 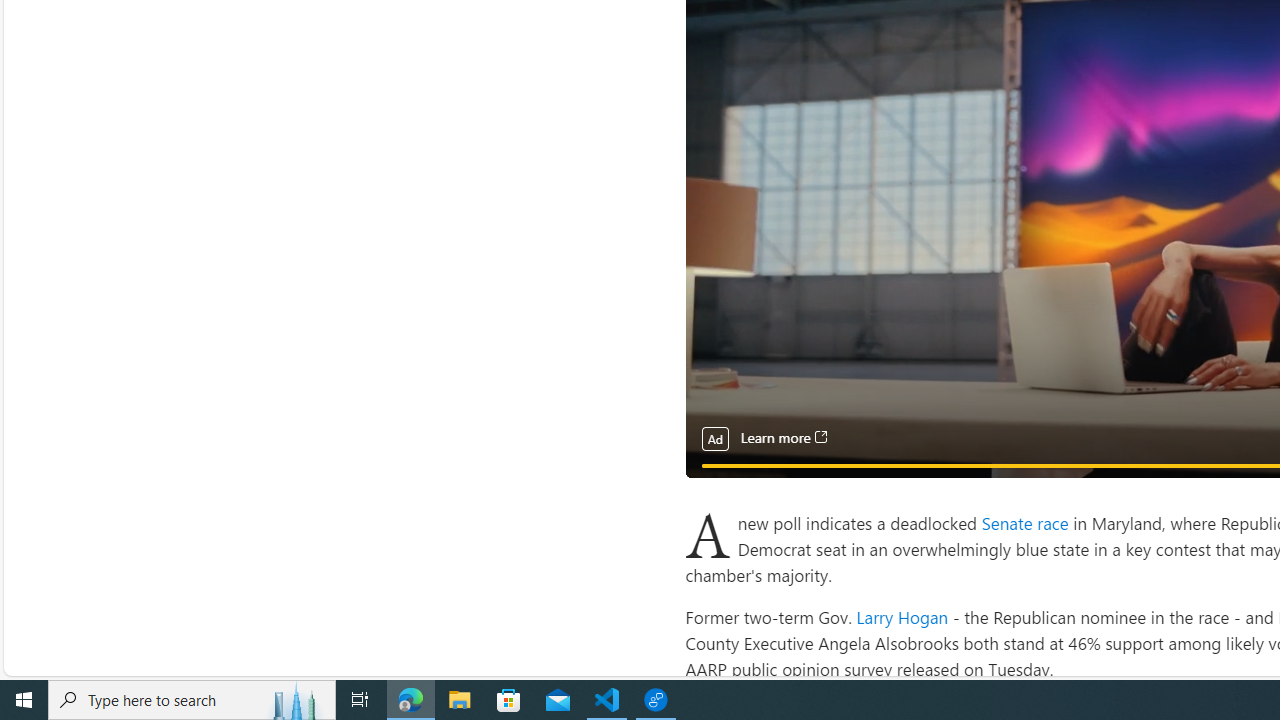 I want to click on 'Larry Hogan', so click(x=901, y=615).